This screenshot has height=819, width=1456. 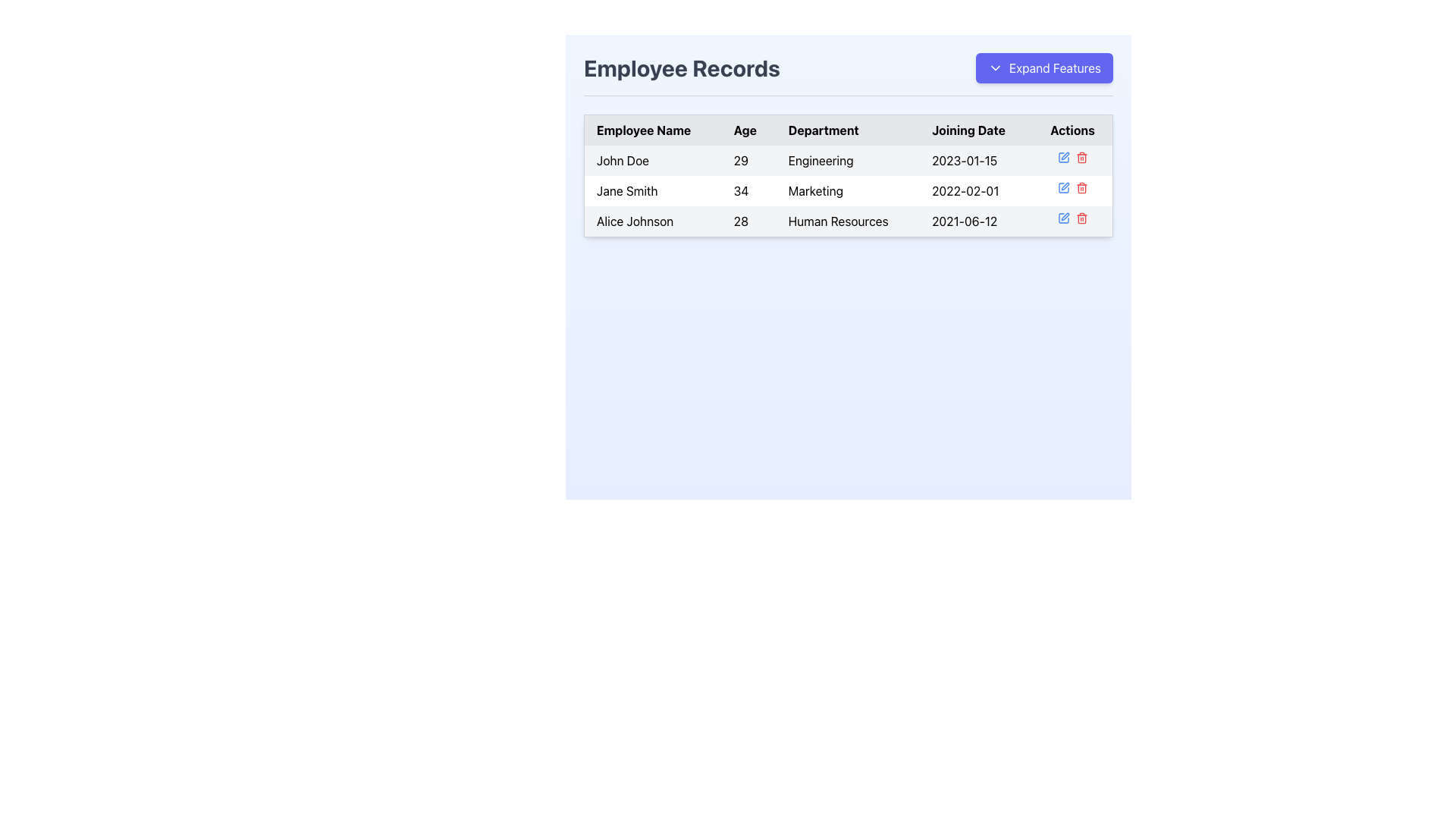 I want to click on the 'Joining Date' text label, which is styled with a black font color and is positioned in the header row of a data table, specifically as the fourth header between 'Department' and 'Actions', so click(x=976, y=129).